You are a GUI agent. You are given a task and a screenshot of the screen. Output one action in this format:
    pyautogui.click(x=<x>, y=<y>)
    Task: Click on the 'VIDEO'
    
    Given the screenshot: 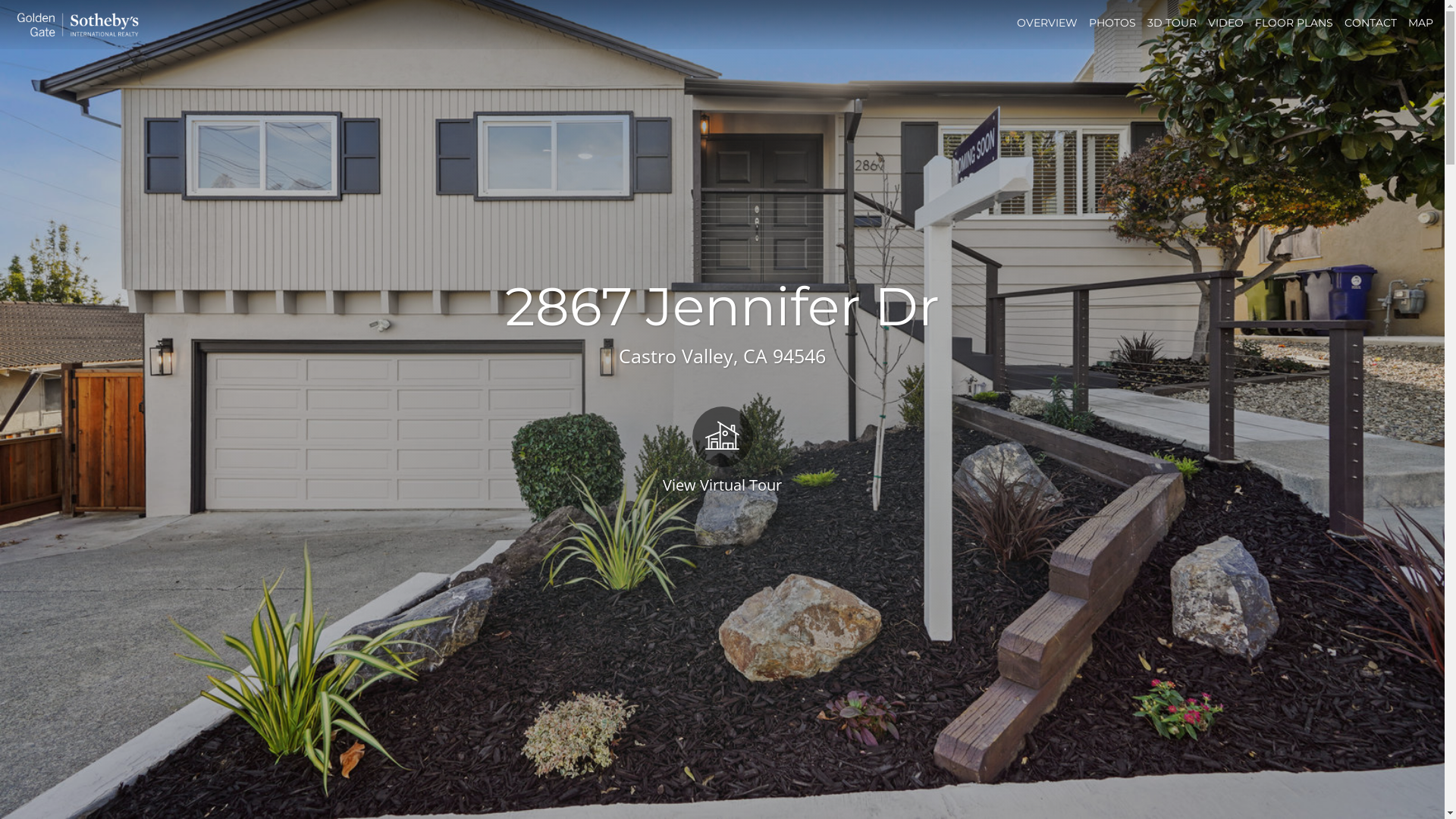 What is the action you would take?
    pyautogui.click(x=1207, y=23)
    